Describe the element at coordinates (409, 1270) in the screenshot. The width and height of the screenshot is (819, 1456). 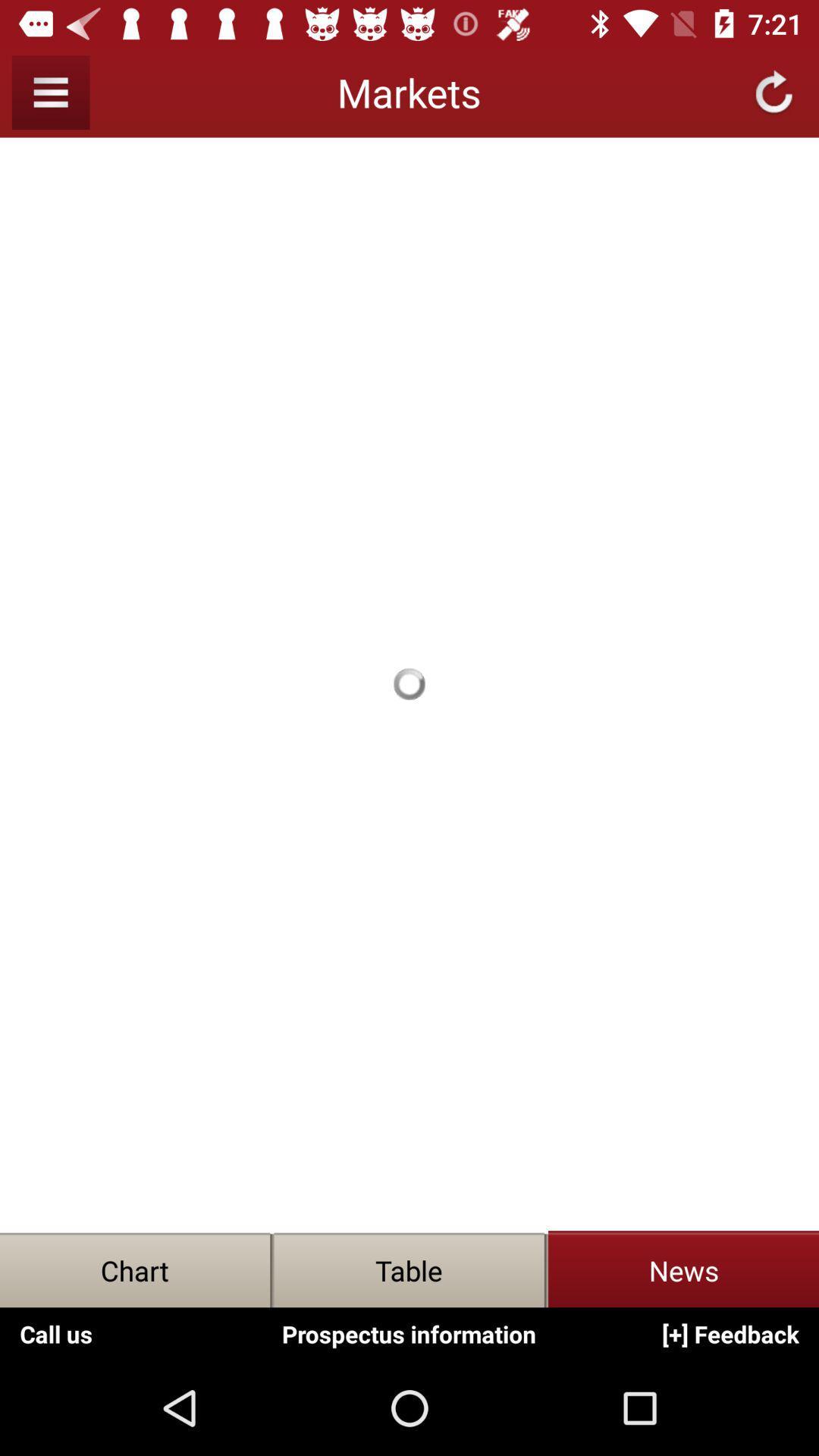
I see `the table option` at that location.